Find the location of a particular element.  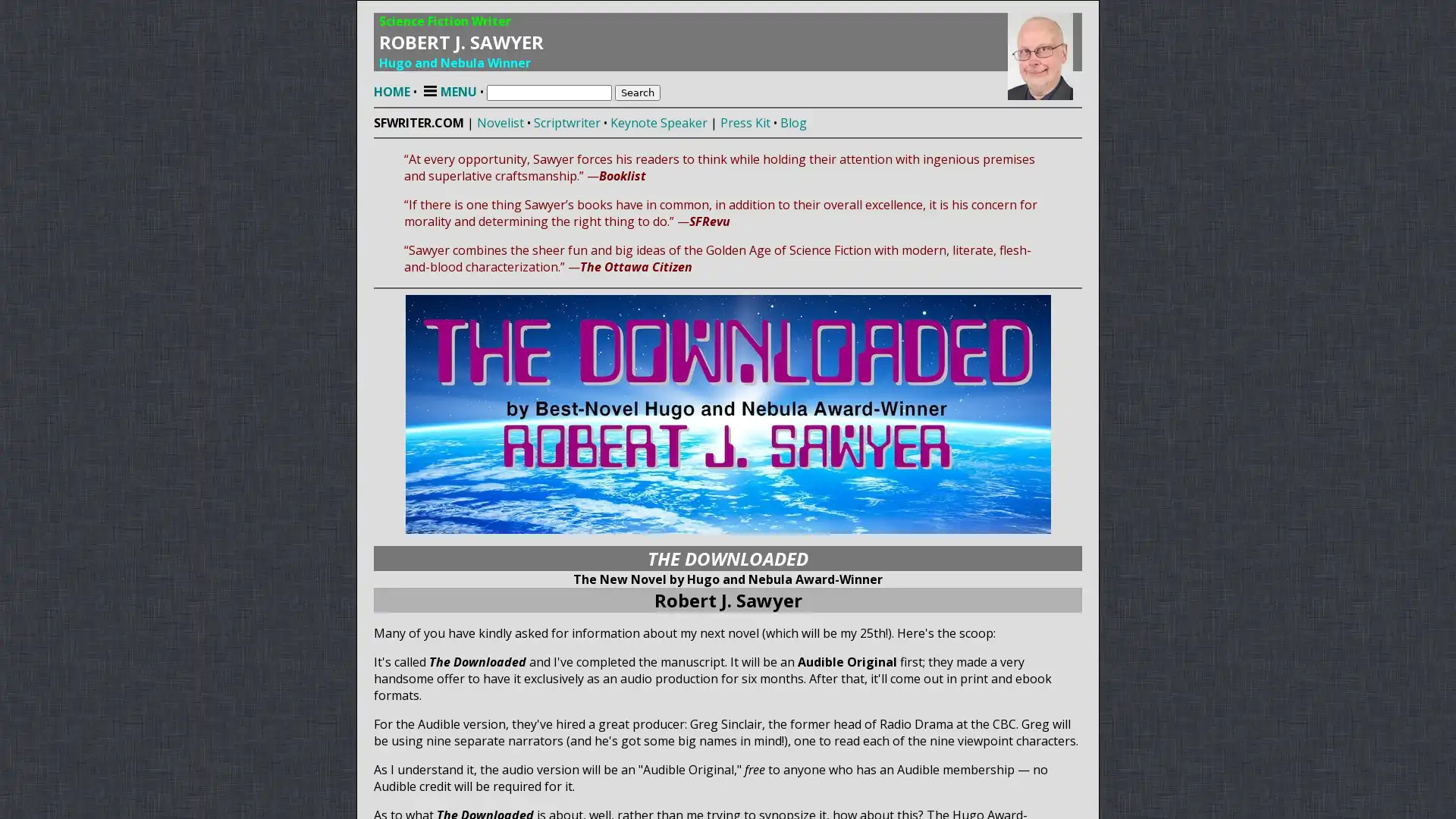

Search is located at coordinates (637, 93).